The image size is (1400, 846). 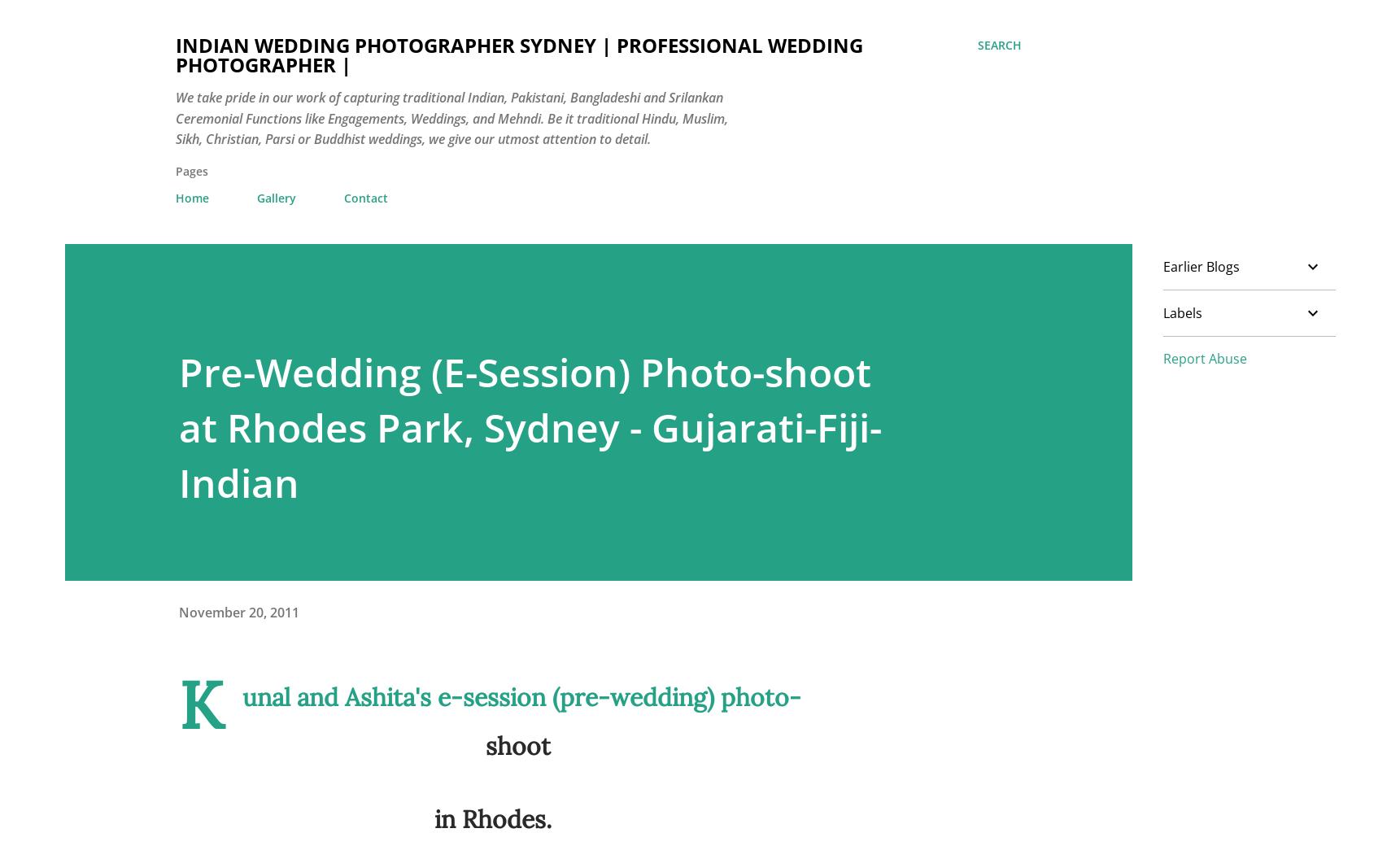 I want to click on 'Pre-Wedding (E-Session) Photo-shoot at Rhodes Park, Sydney - Gujarati-Fiji-Indian', so click(x=530, y=425).